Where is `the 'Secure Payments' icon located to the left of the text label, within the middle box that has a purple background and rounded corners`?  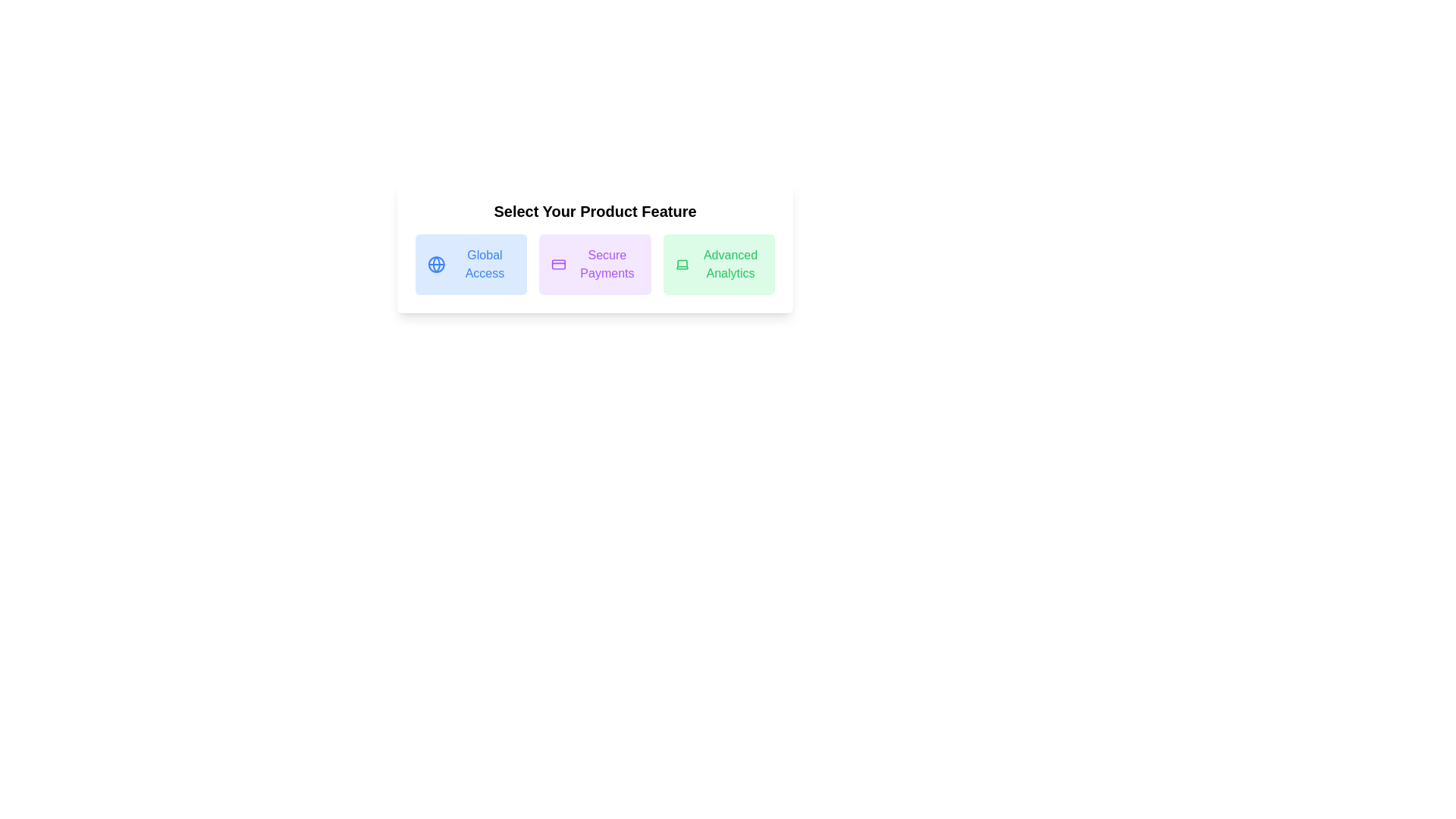 the 'Secure Payments' icon located to the left of the text label, within the middle box that has a purple background and rounded corners is located at coordinates (558, 263).